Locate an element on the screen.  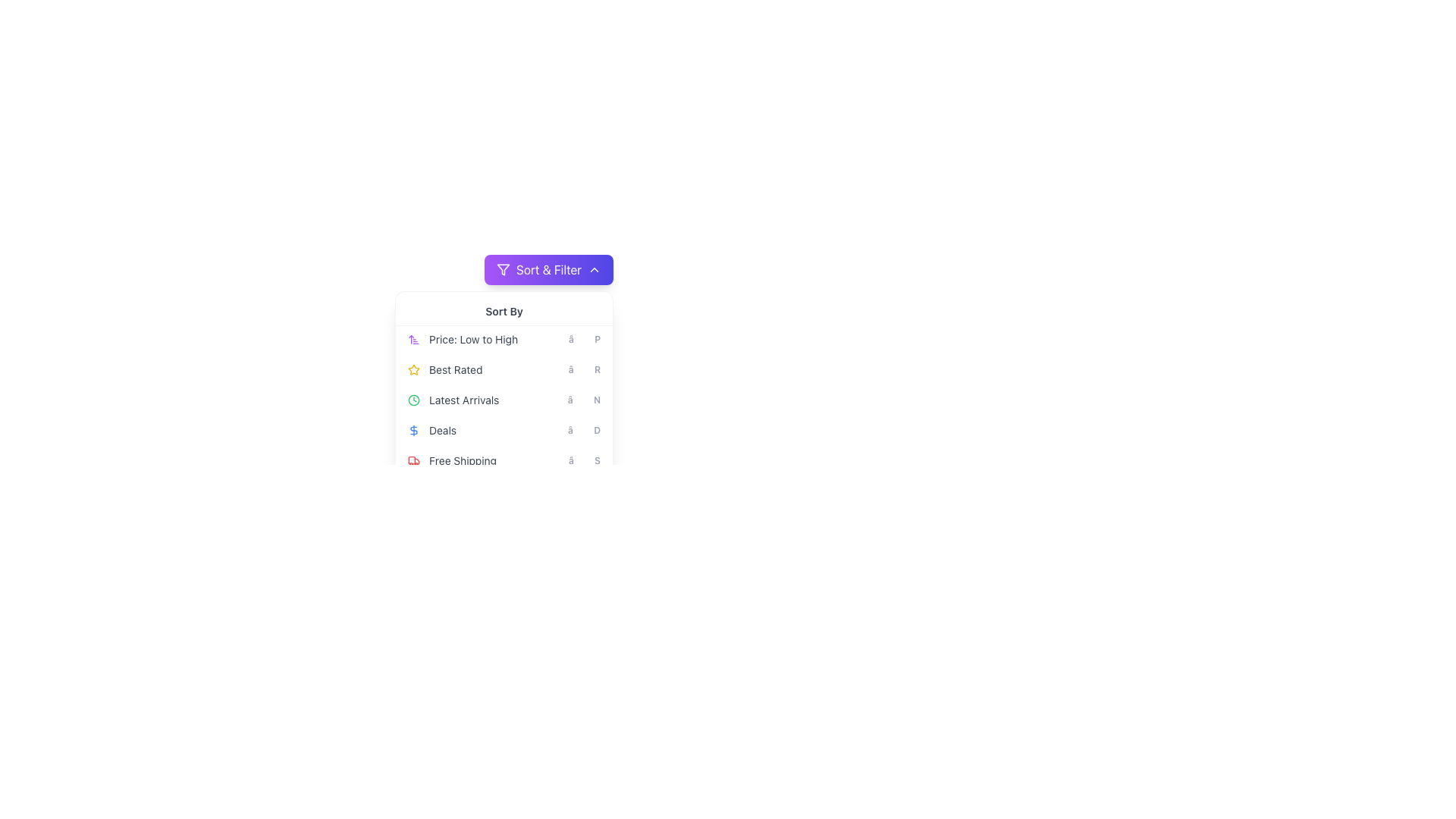
the 'Best Rated' selectable list item, which is the second item in the 'Sort By' section, positioned between 'Price: Low to High' and 'Latest Arrivals' is located at coordinates (504, 370).